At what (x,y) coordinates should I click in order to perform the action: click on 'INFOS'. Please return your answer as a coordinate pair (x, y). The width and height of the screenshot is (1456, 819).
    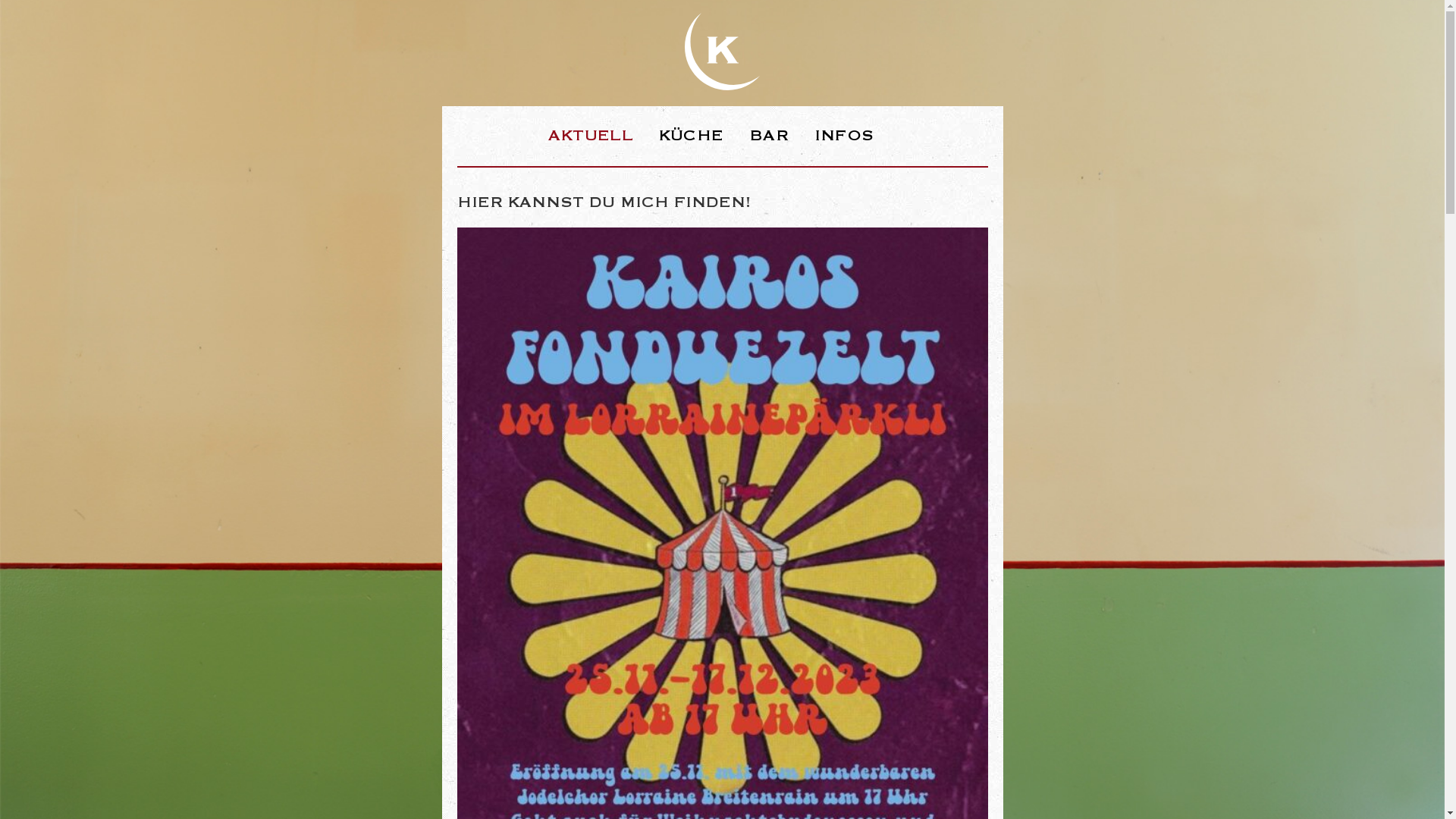
    Looking at the image, I should click on (843, 134).